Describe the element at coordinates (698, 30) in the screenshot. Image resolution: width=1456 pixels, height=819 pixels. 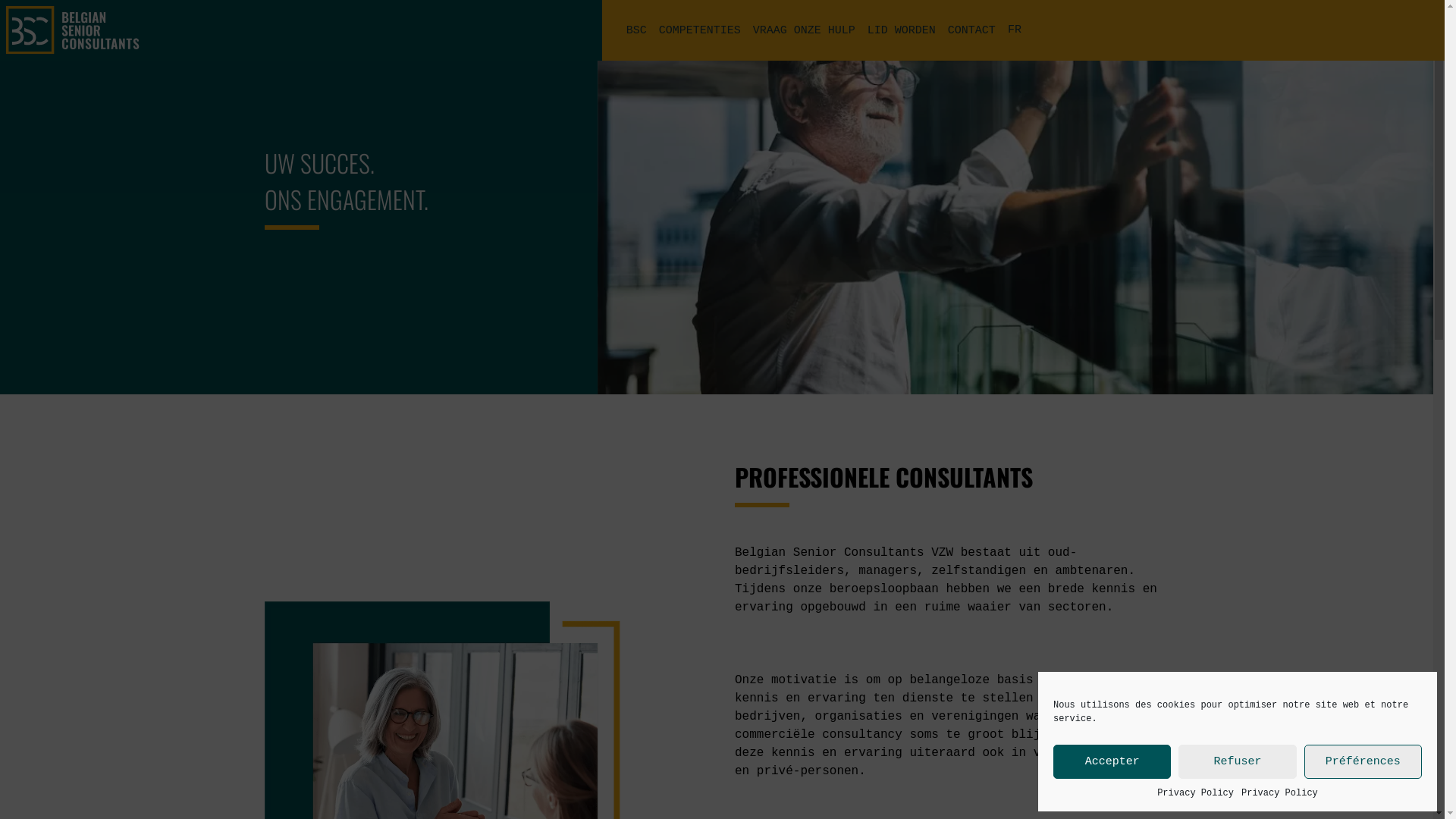
I see `'COMPETENTIES'` at that location.